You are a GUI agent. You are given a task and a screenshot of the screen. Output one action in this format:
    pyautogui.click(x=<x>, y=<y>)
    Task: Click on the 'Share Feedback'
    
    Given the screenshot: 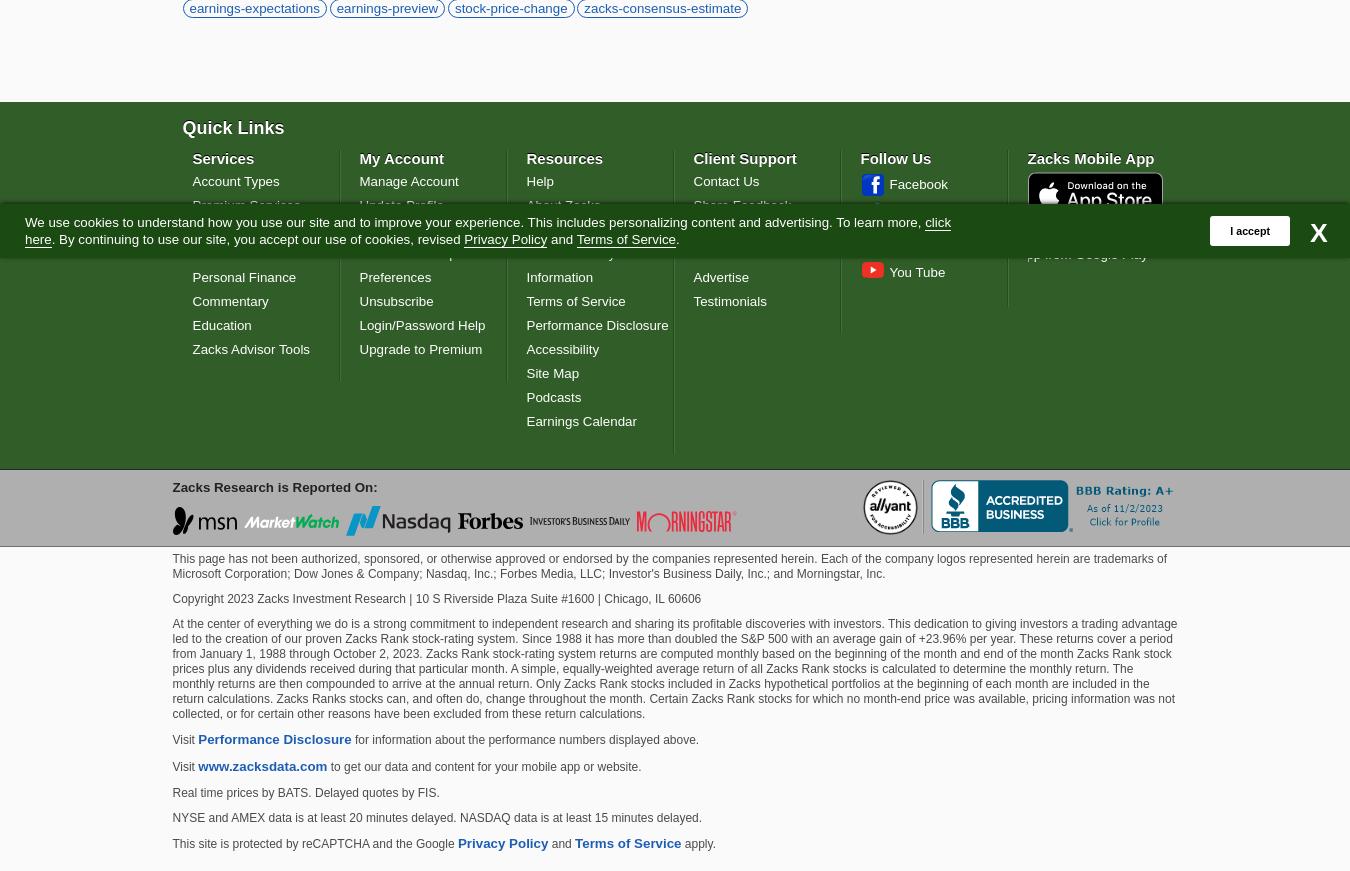 What is the action you would take?
    pyautogui.click(x=740, y=204)
    